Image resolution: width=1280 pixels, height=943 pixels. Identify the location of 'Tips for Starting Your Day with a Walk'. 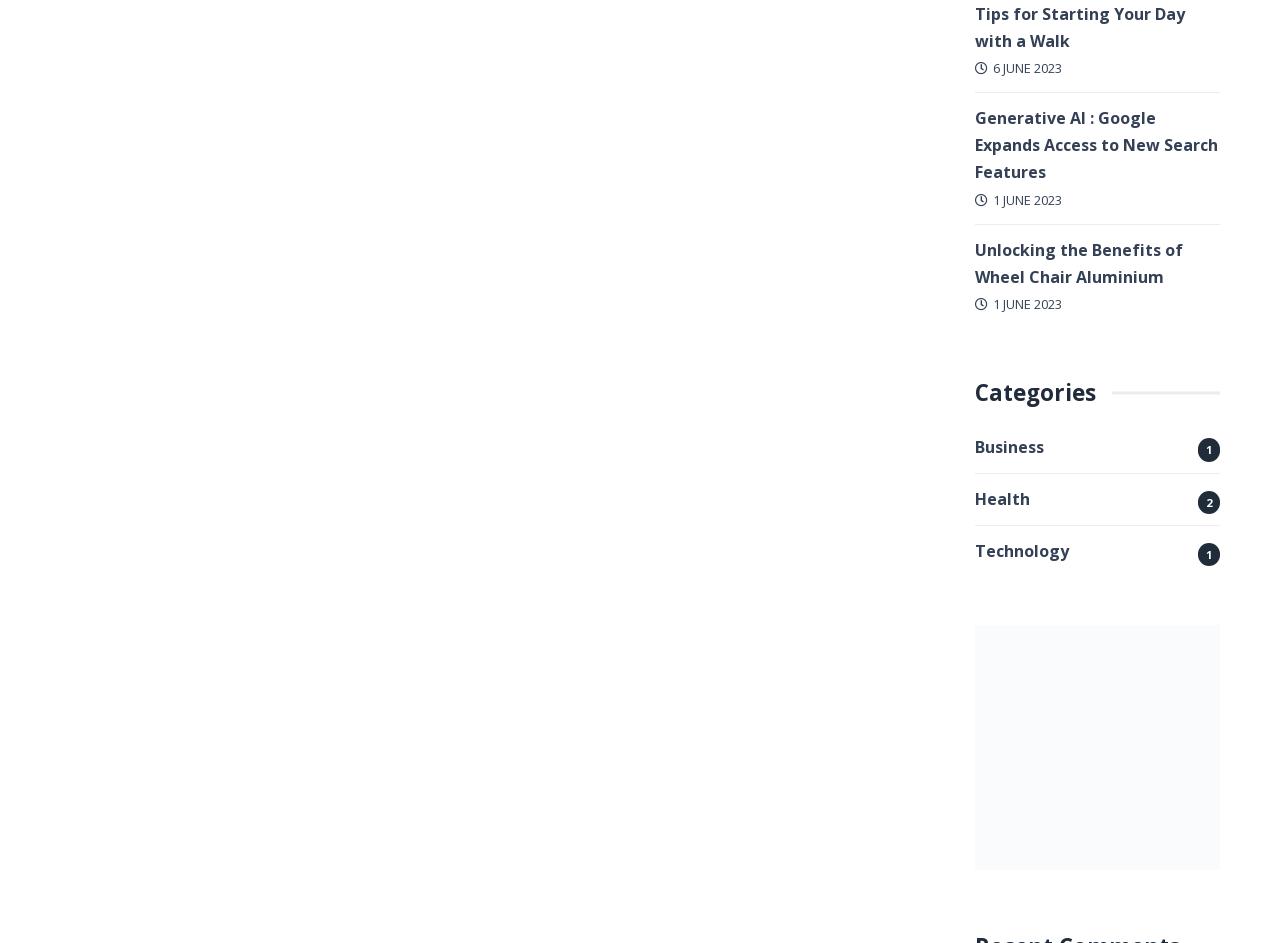
(1079, 26).